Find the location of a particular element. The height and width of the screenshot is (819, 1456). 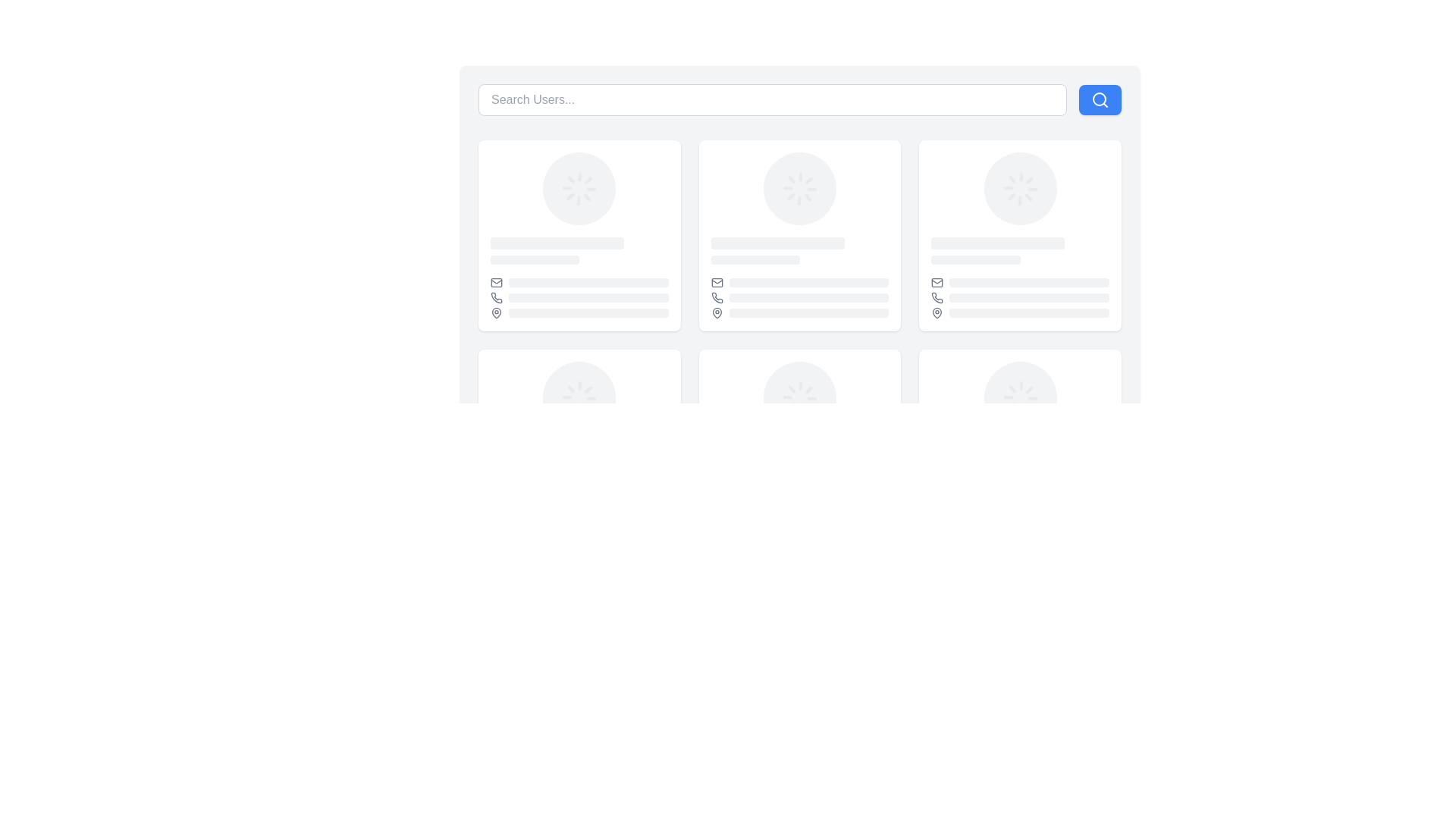

the Loader or Spinner located at the top center inside the card element in the first row and first column of the grid layout is located at coordinates (579, 188).